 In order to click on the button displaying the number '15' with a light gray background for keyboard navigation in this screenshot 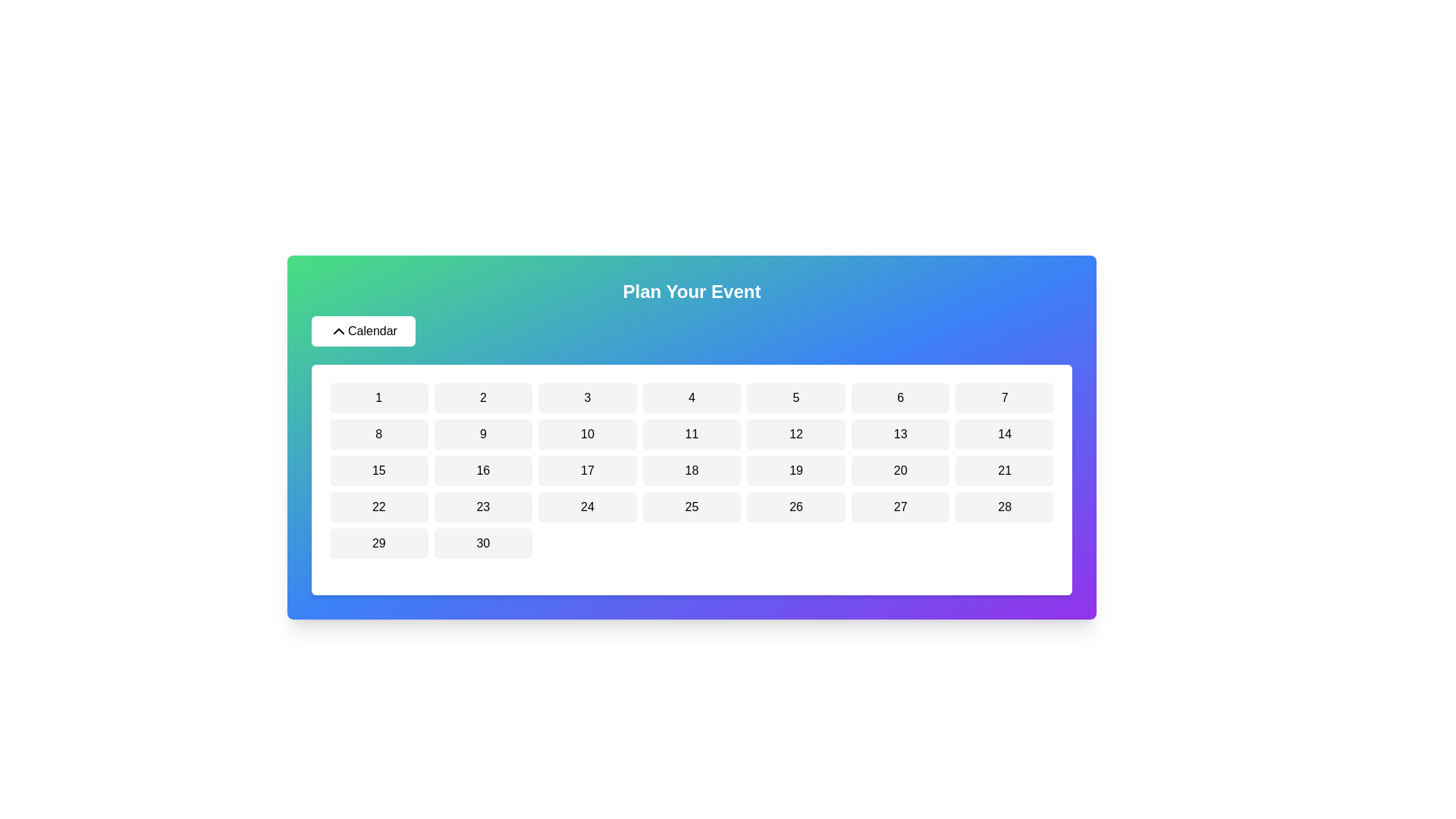, I will do `click(378, 470)`.